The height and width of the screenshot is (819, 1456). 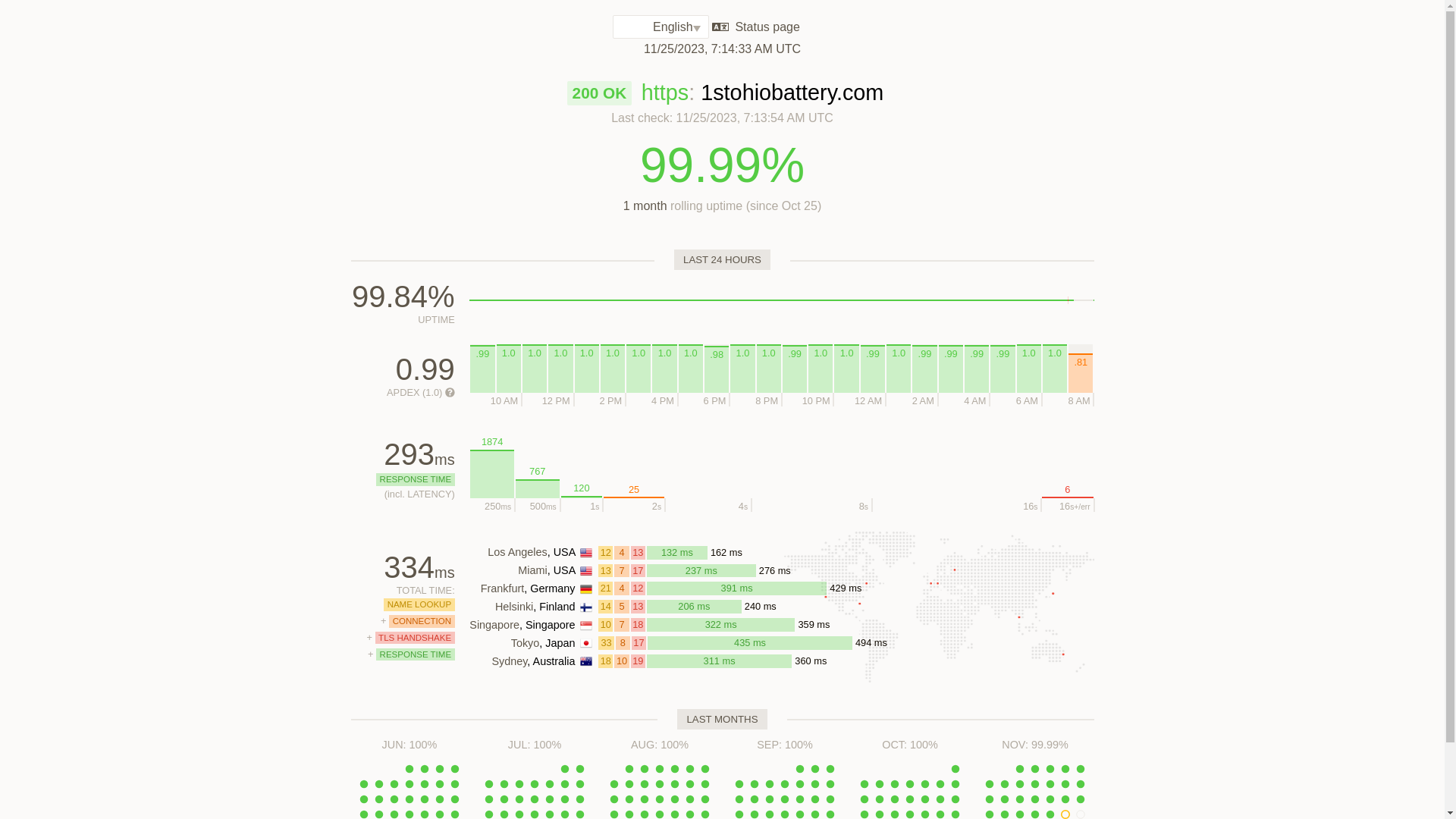 I want to click on '<small>Jun 08:</small> No downtime', so click(x=409, y=783).